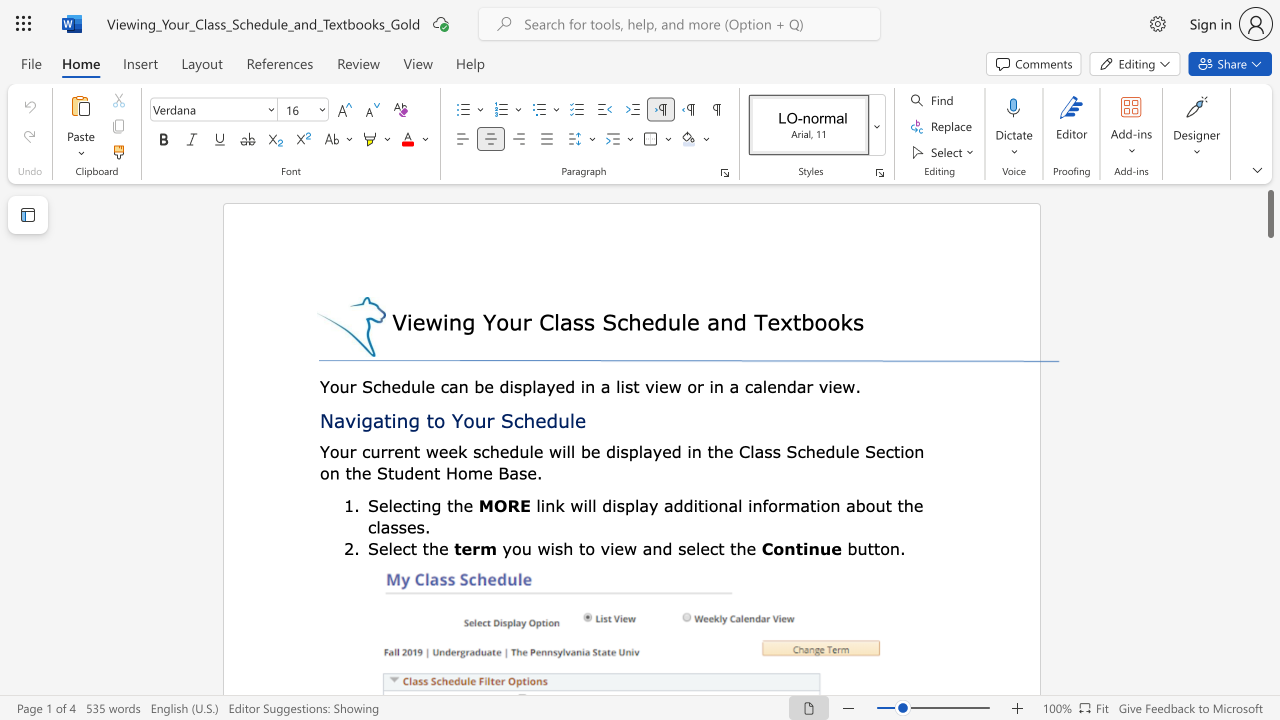  What do you see at coordinates (1269, 498) in the screenshot?
I see `the scrollbar to scroll the page down` at bounding box center [1269, 498].